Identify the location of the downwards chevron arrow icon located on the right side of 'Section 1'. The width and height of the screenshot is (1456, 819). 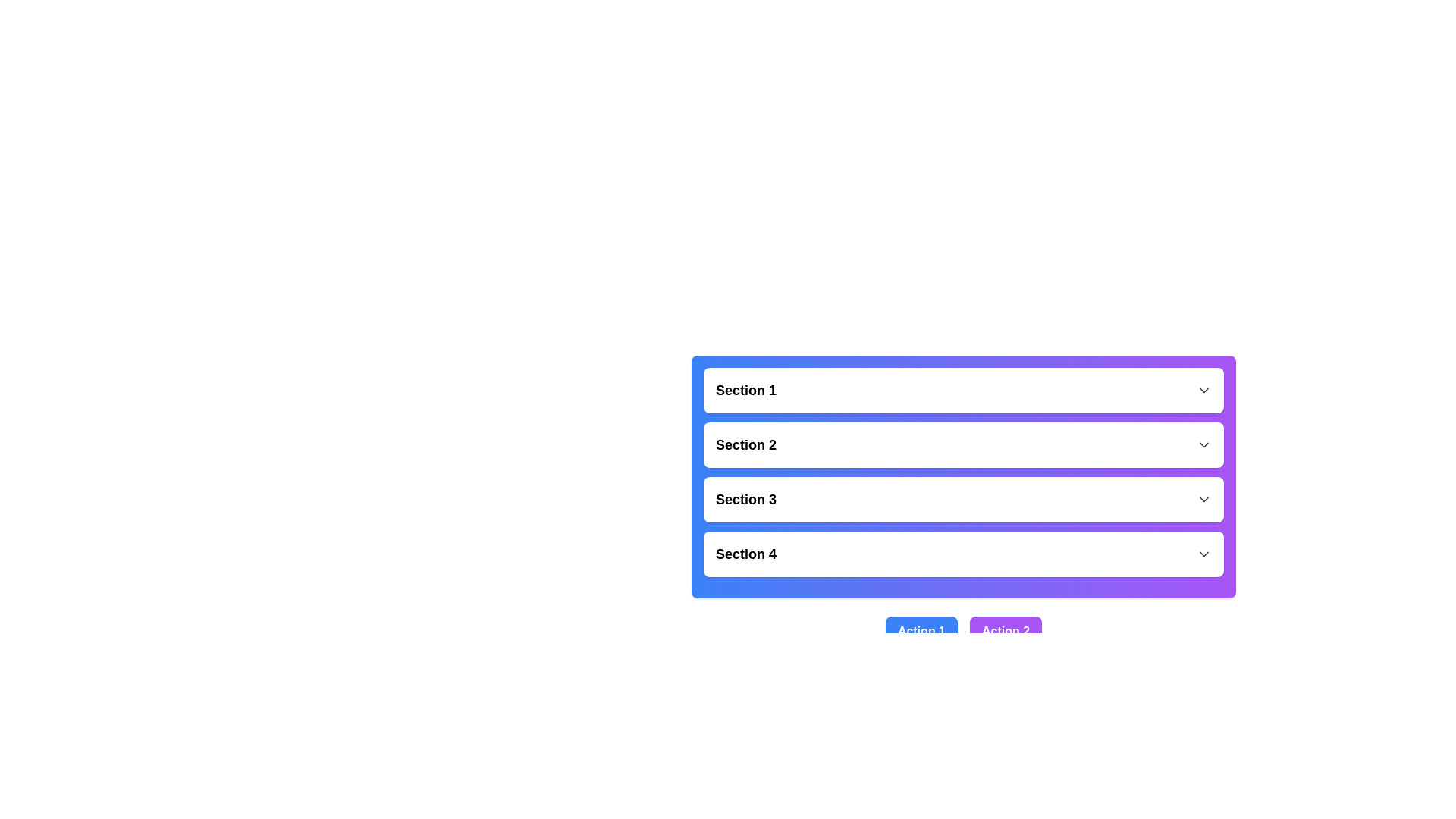
(1203, 390).